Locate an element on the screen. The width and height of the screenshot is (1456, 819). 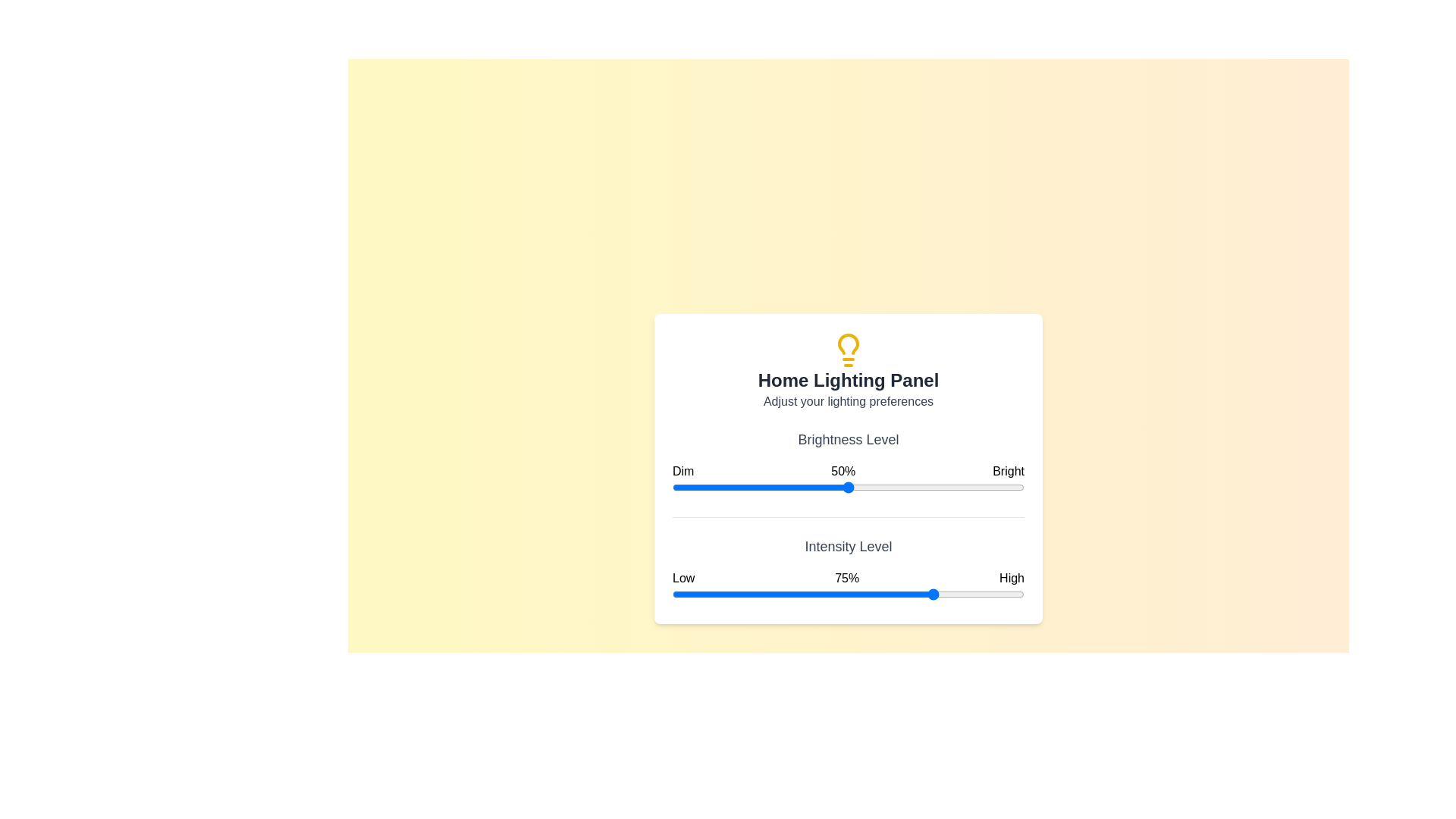
the static text label indicating the low end of the intensity scale for the slider bar underneath it, located at the far left of the group of three labels including 'Low', '75%', and 'High' is located at coordinates (682, 578).